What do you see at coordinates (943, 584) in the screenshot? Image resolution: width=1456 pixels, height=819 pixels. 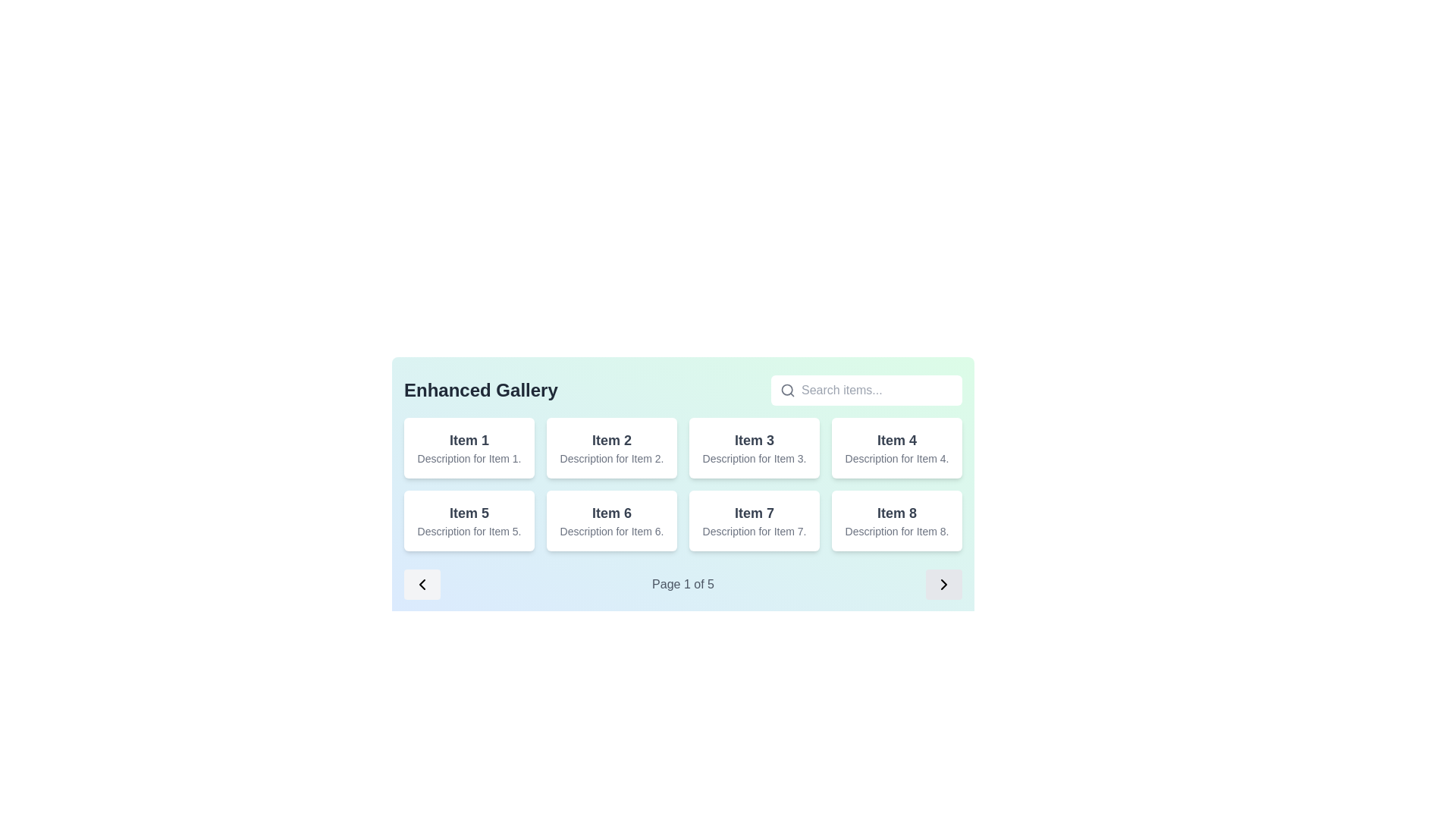 I see `the rightward-pointing chevron icon, which is part of a navigation control and located near the bottom-right corner of the interface, adjacent to a pagination indicator` at bounding box center [943, 584].